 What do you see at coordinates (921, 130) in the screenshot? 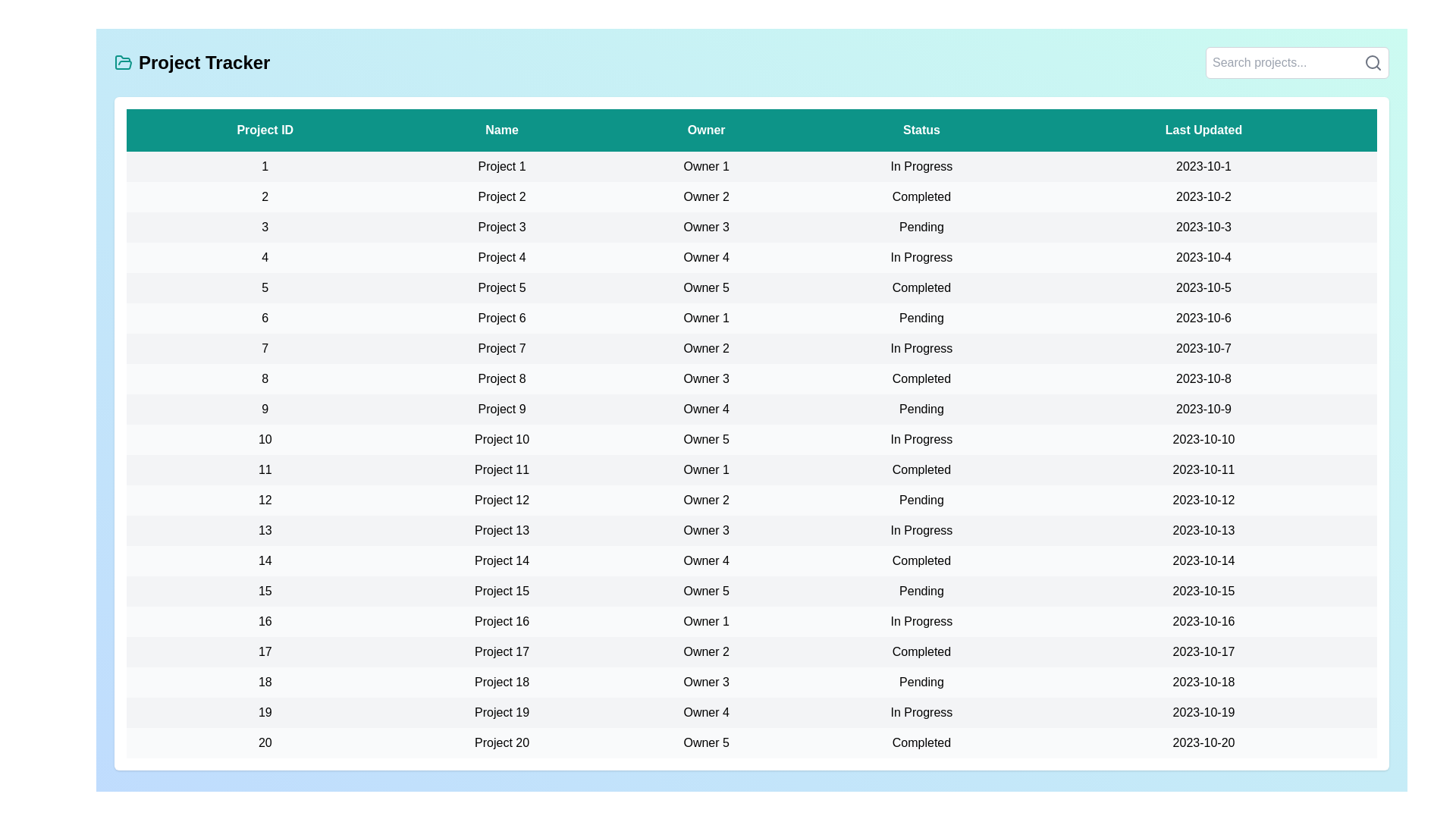
I see `the column header Status to sort the table by that column` at bounding box center [921, 130].